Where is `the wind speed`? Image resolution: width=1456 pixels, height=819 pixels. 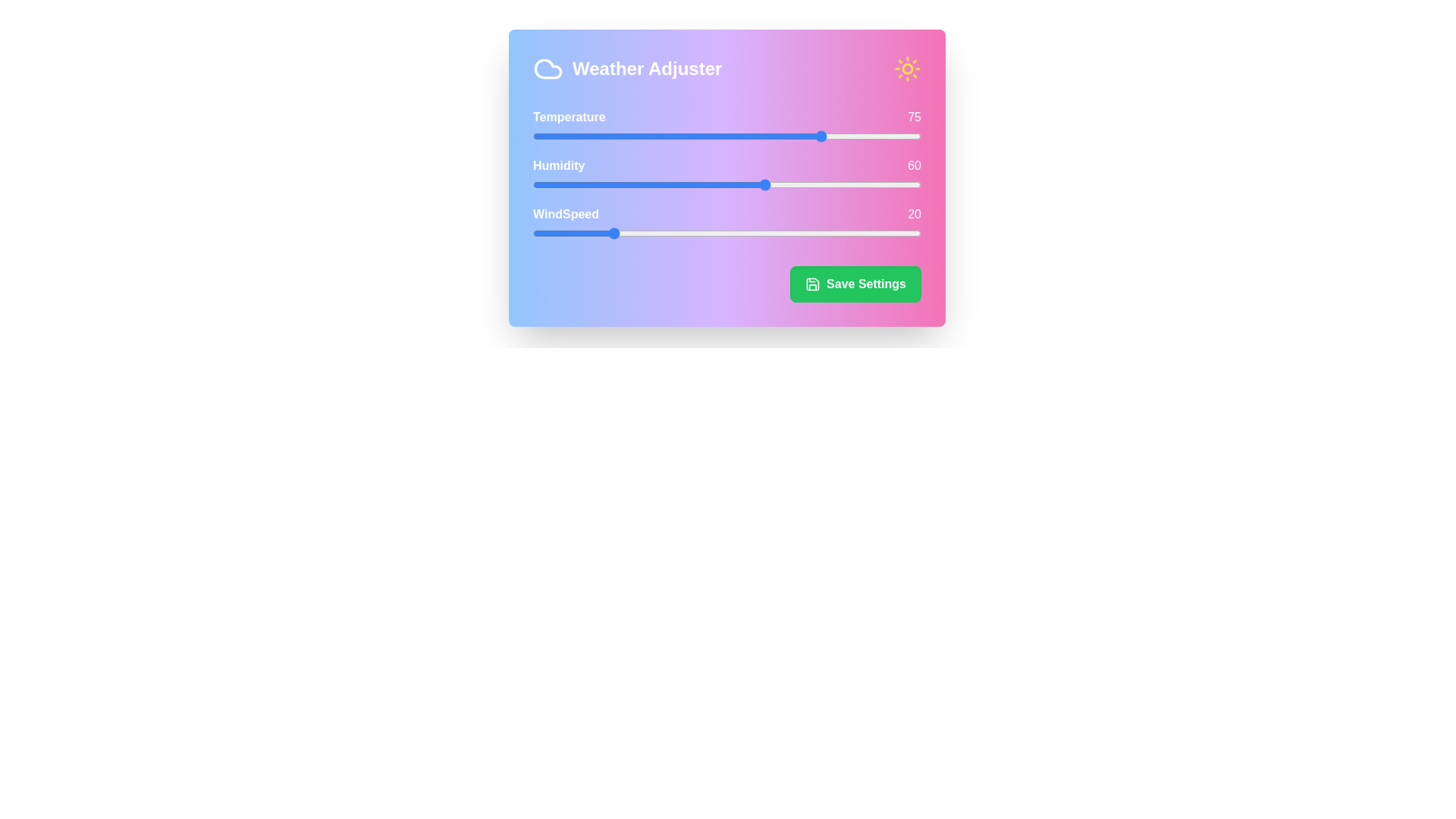 the wind speed is located at coordinates (823, 234).